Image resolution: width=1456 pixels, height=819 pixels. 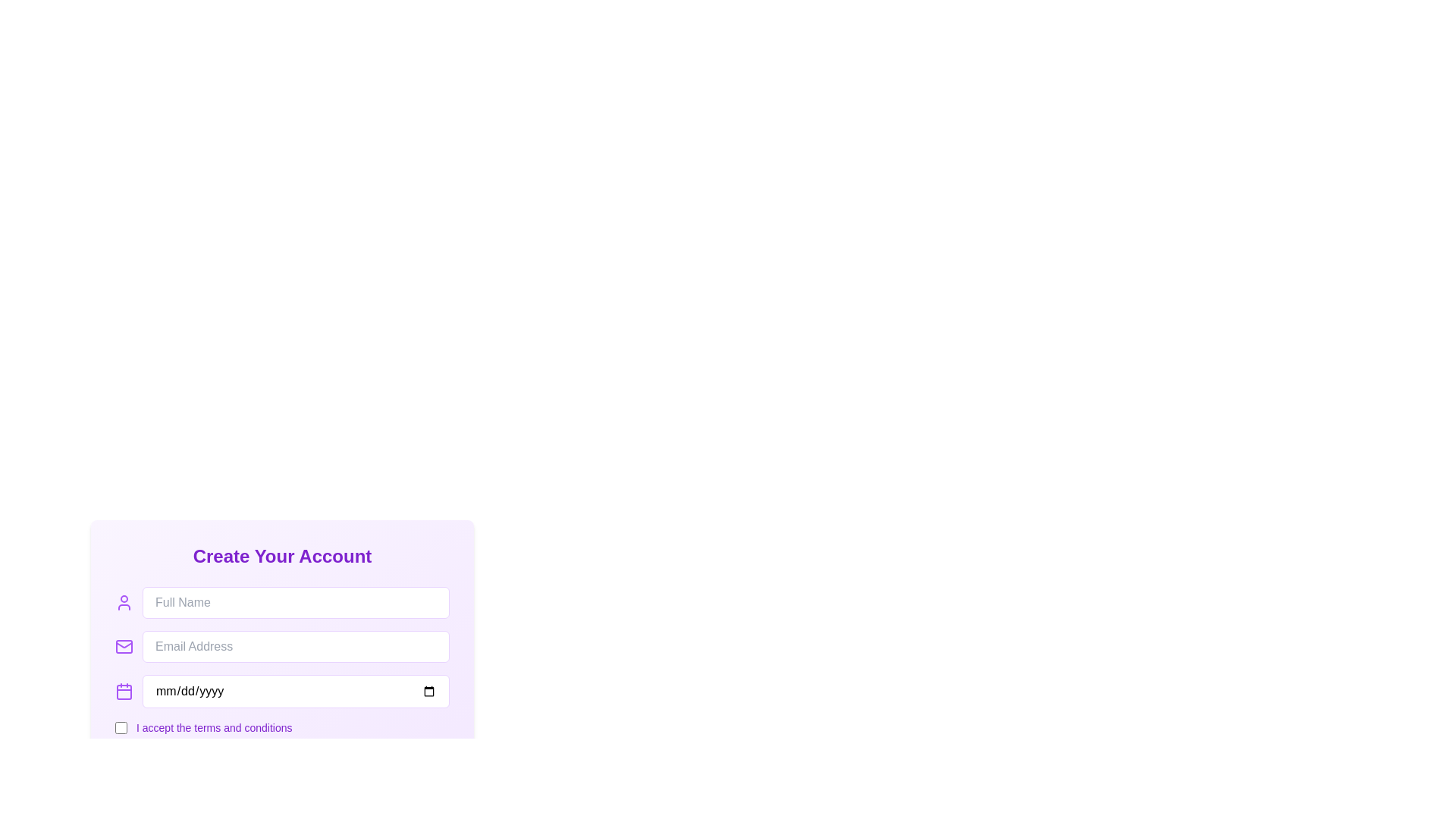 What do you see at coordinates (124, 692) in the screenshot?
I see `the main rectangular body of the calendar icon used for date selection` at bounding box center [124, 692].